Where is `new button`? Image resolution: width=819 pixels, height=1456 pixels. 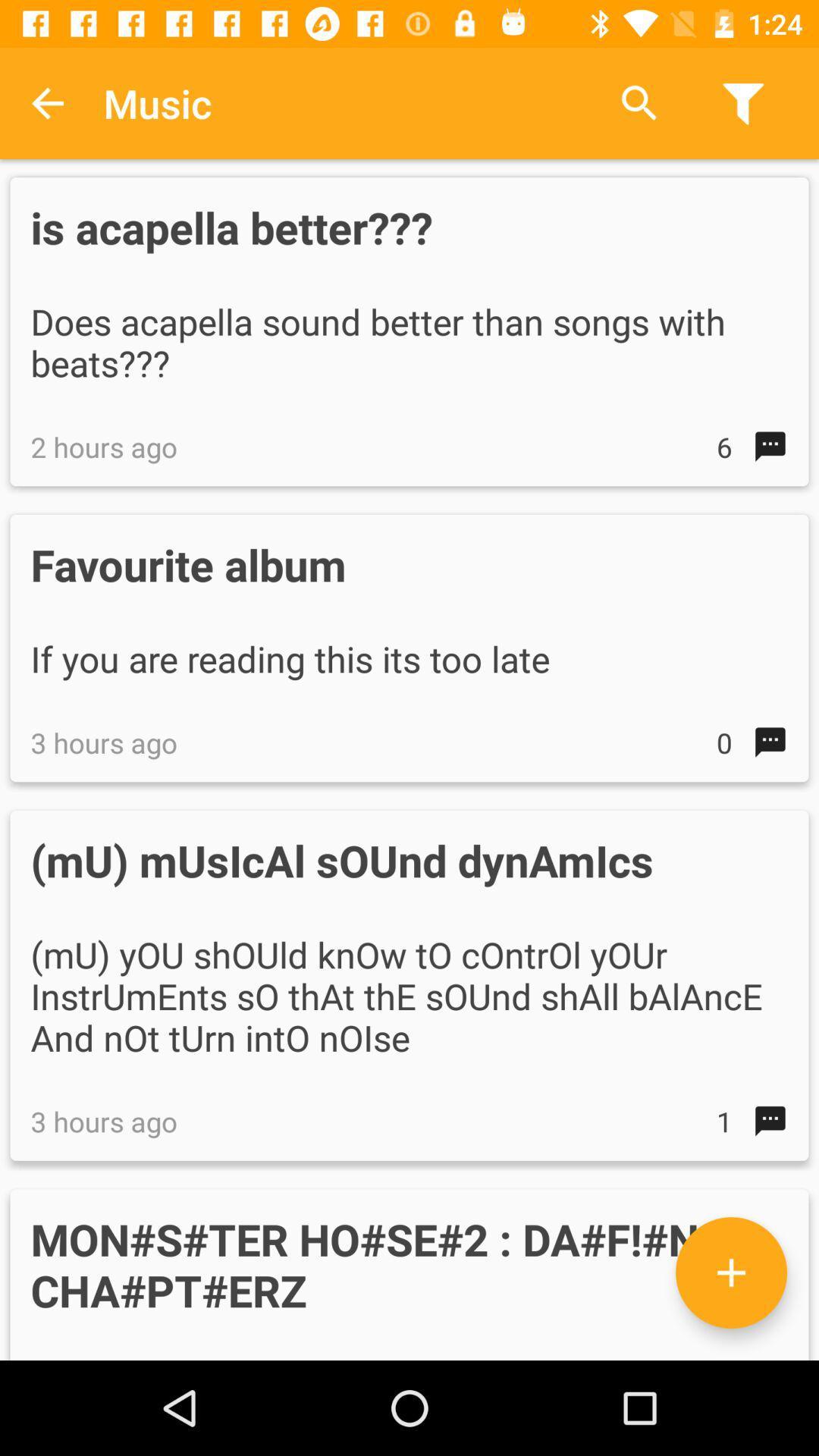
new button is located at coordinates (730, 1272).